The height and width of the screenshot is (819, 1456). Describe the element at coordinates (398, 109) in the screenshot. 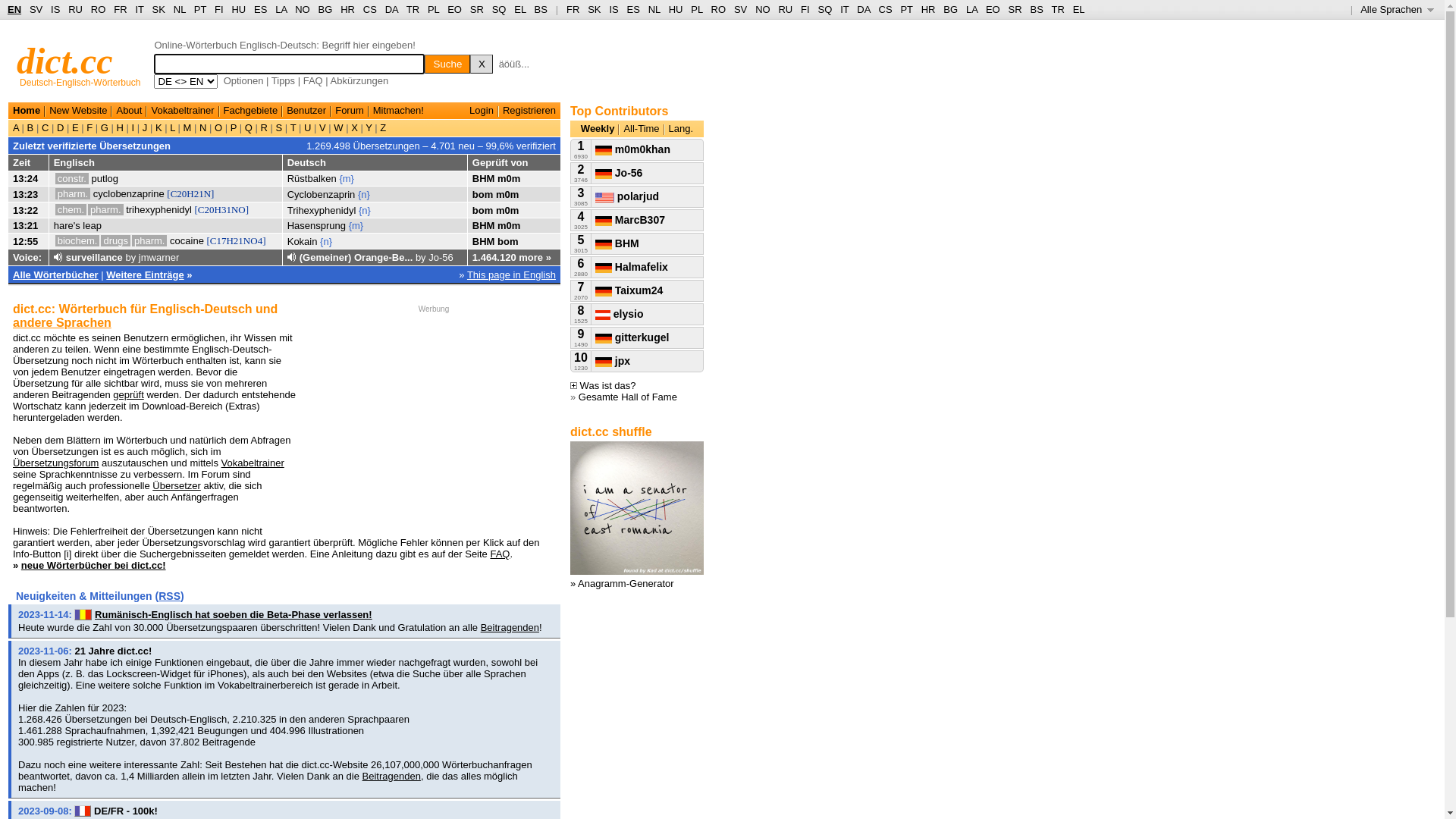

I see `'Mitmachen!'` at that location.